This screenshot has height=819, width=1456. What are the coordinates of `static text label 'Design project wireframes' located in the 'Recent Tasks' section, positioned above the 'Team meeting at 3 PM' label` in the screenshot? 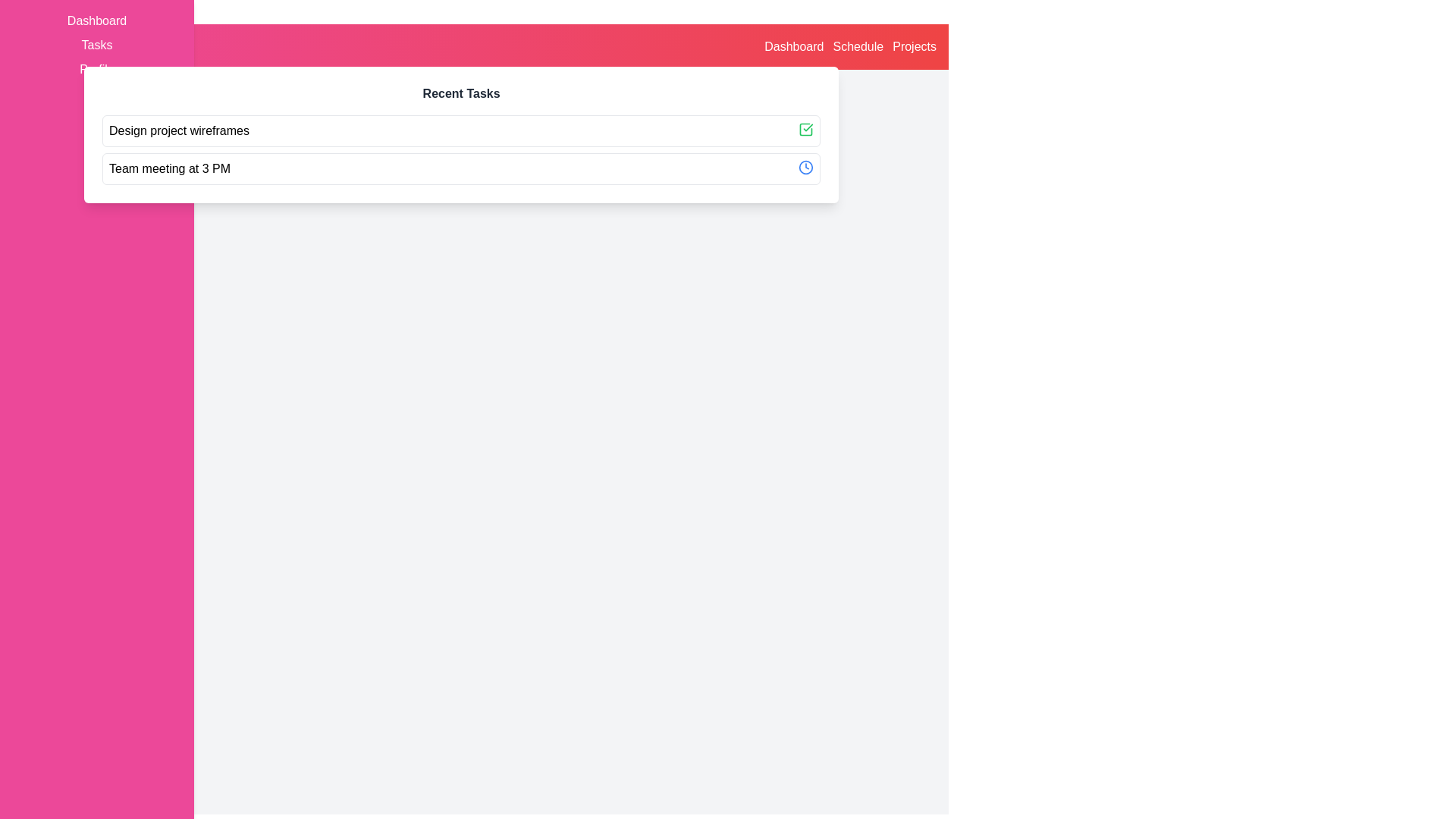 It's located at (179, 130).